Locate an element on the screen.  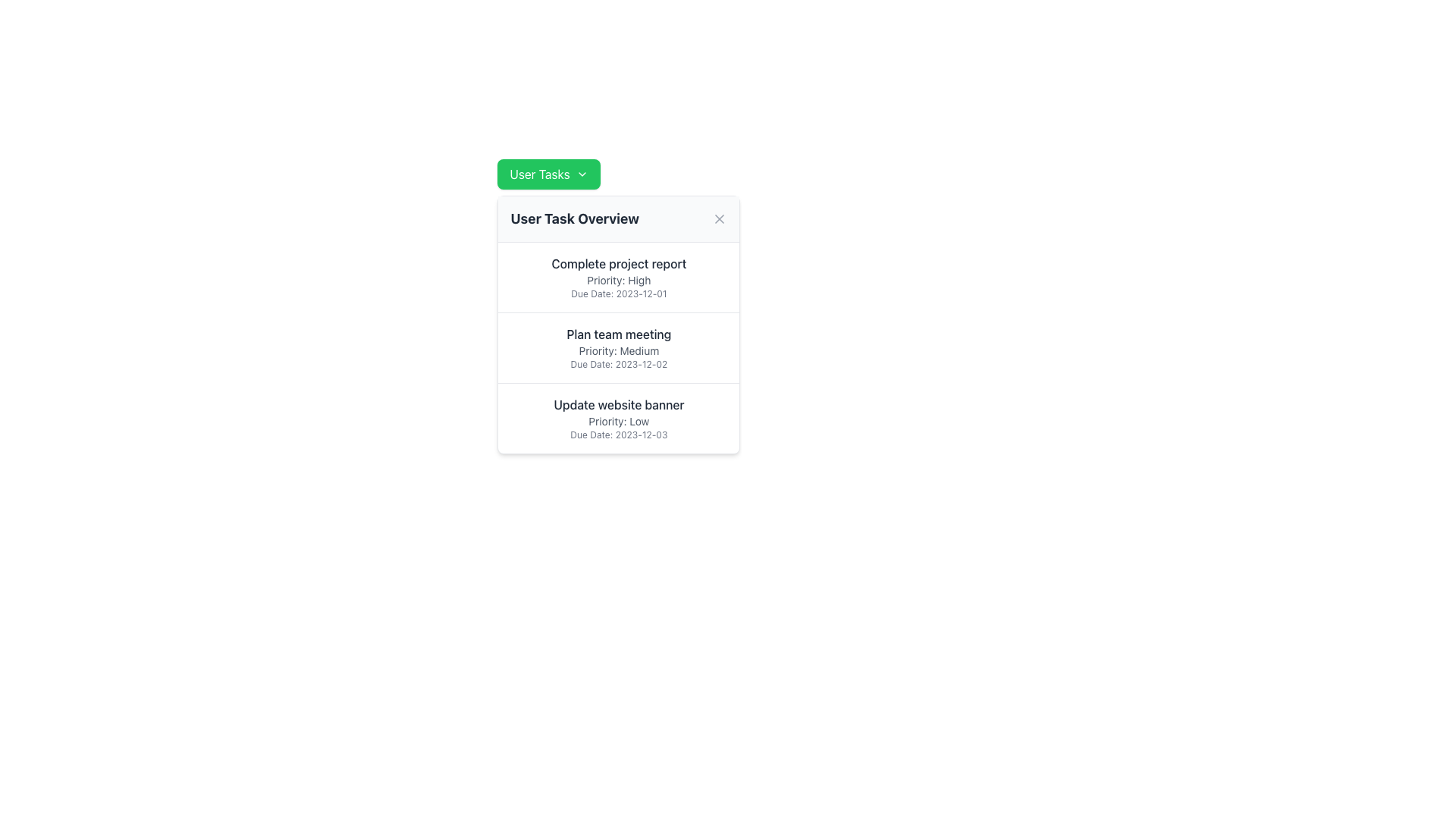
the non-interactive text label indicating the priority level of the task 'Plan team meeting', which is positioned below the task title in the task list is located at coordinates (619, 350).